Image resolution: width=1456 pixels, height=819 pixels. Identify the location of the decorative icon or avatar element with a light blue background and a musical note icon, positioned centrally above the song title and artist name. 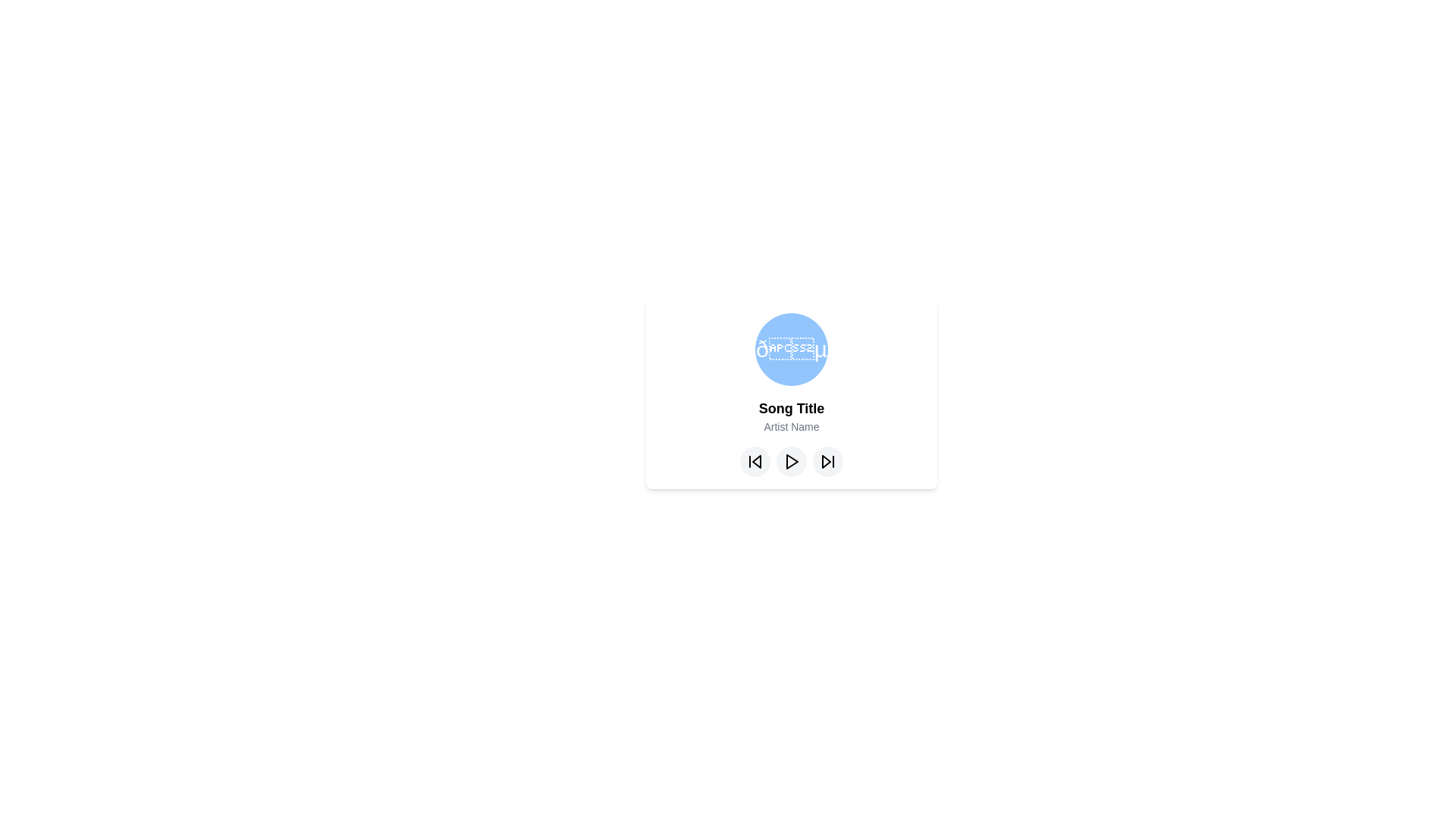
(790, 350).